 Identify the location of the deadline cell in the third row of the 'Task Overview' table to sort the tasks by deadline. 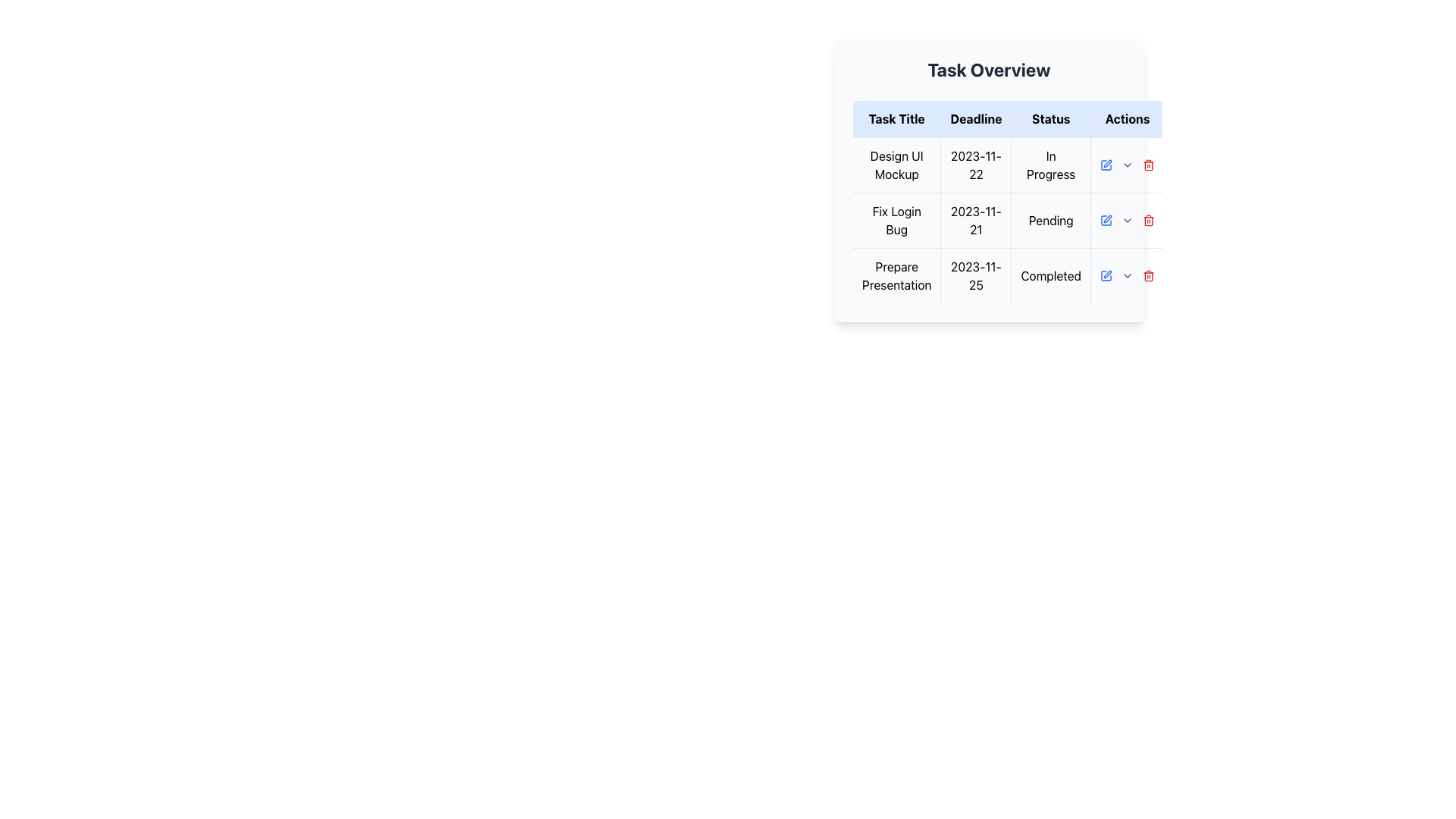
(1008, 275).